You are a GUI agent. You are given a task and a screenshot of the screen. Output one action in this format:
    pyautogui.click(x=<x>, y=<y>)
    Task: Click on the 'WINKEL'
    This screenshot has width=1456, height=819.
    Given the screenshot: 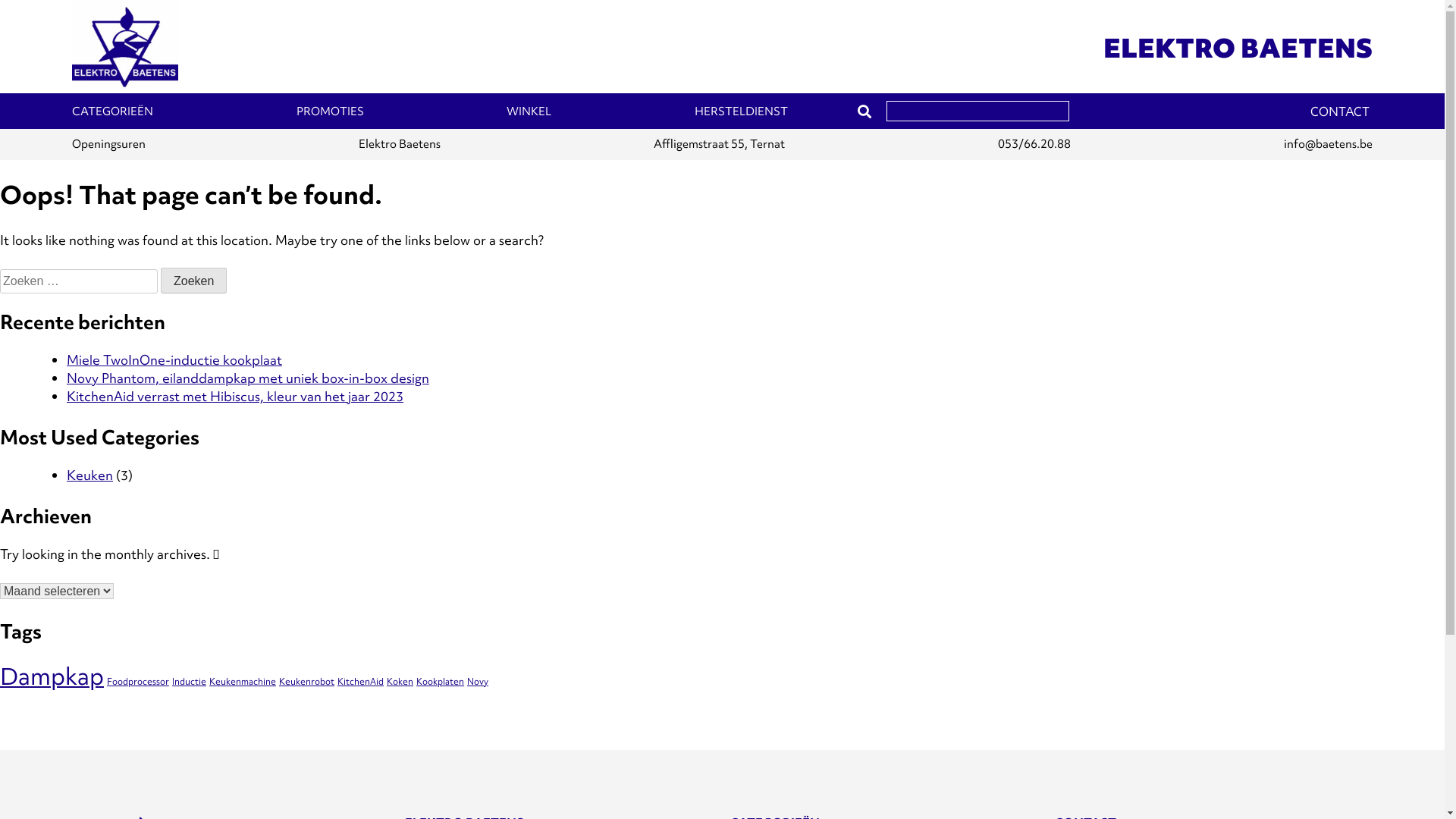 What is the action you would take?
    pyautogui.click(x=529, y=110)
    